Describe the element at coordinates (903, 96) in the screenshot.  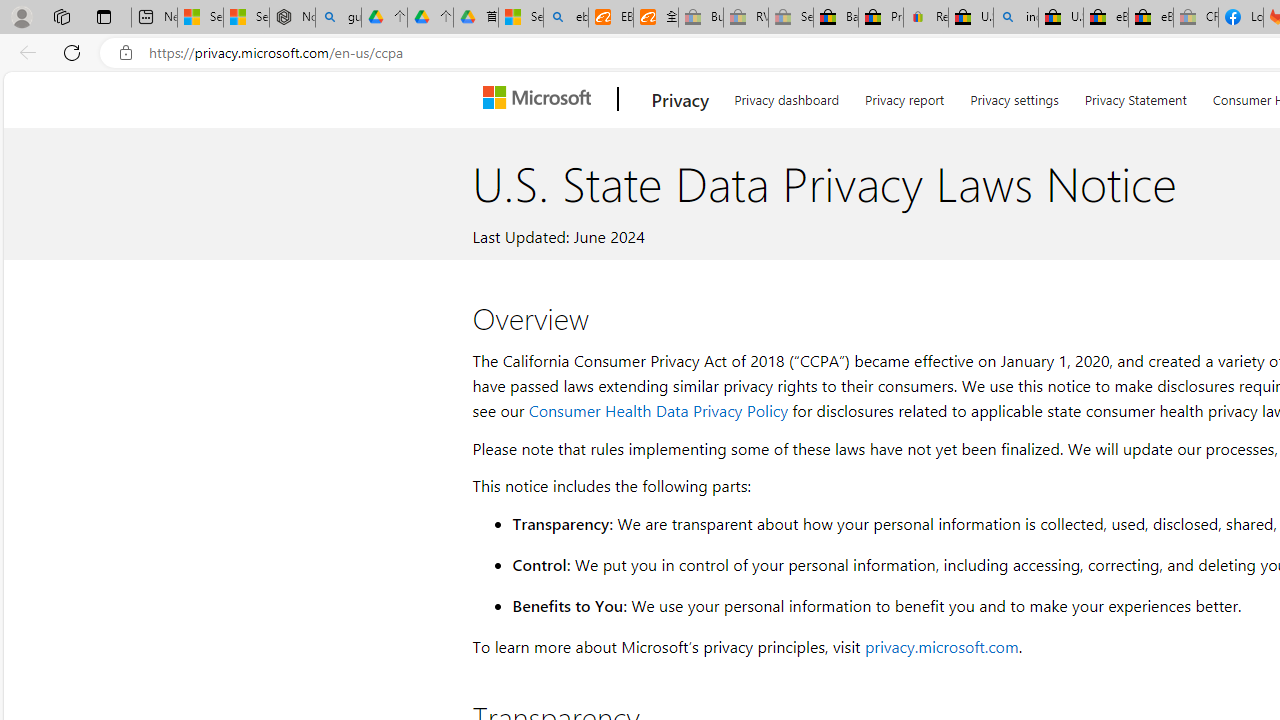
I see `'Privacy report'` at that location.